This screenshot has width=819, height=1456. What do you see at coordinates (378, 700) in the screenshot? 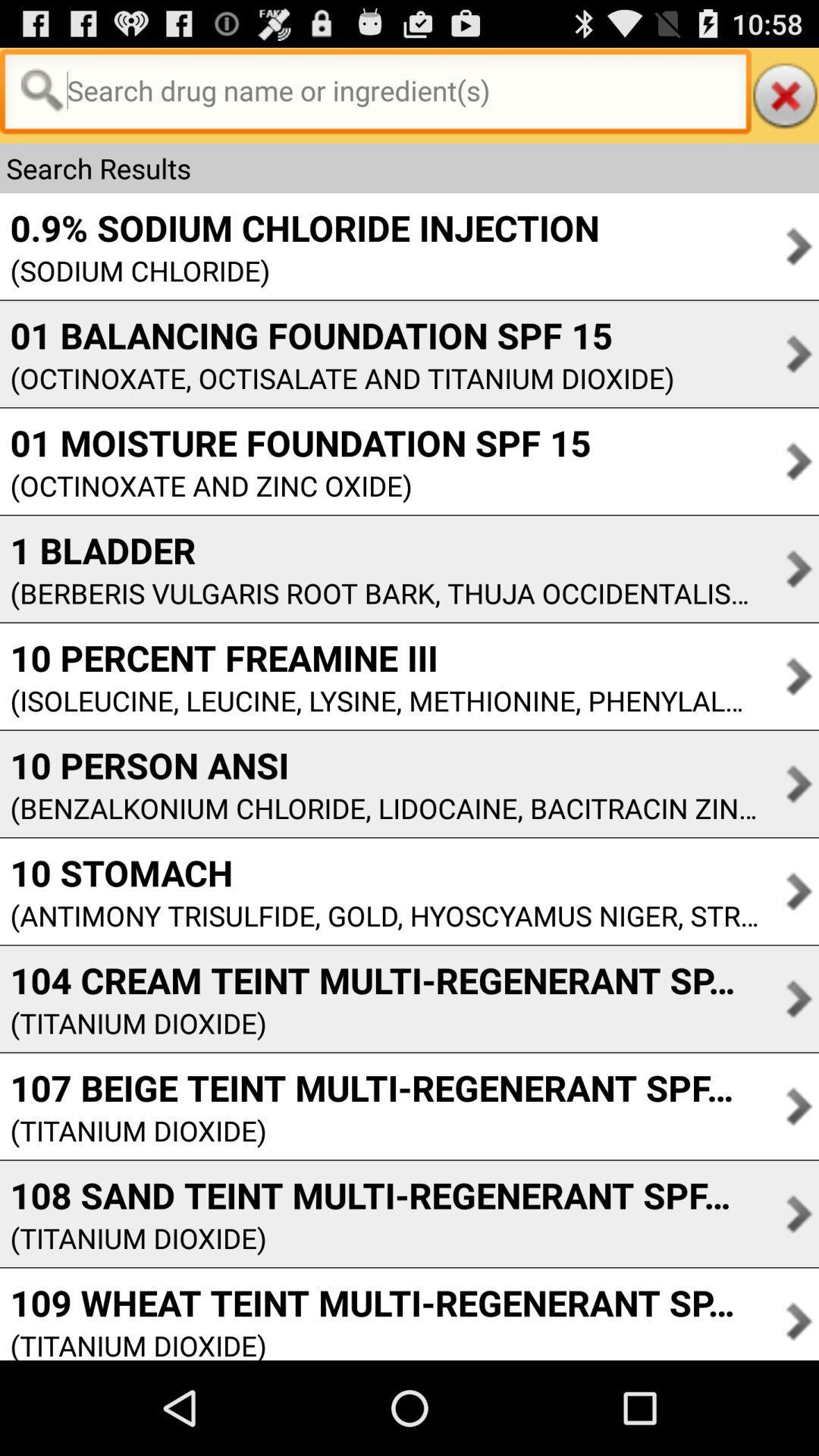
I see `isoleucine leucine lysine icon` at bounding box center [378, 700].